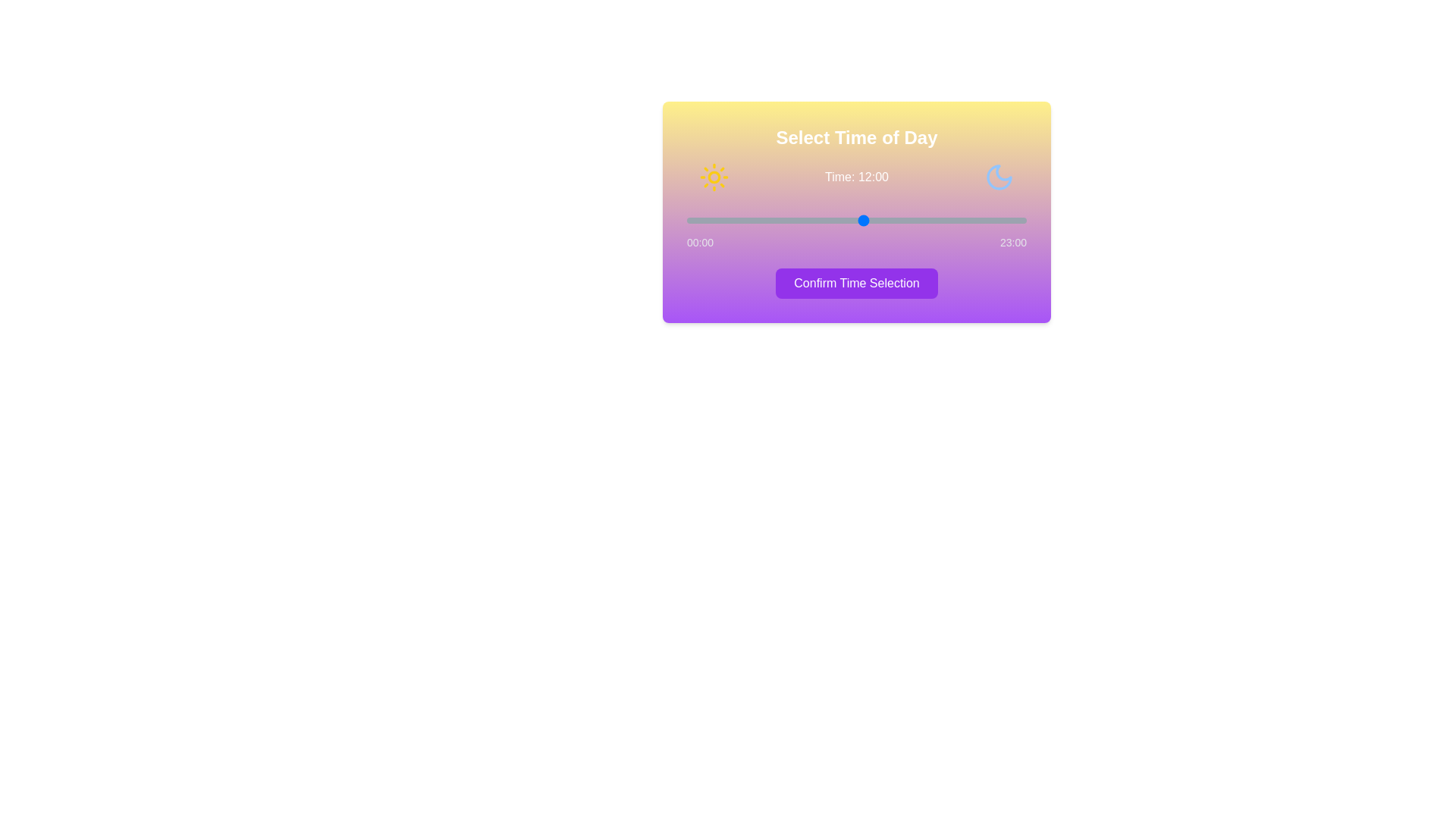 The width and height of the screenshot is (1456, 819). I want to click on the time slider to set the time to 11, so click(849, 220).